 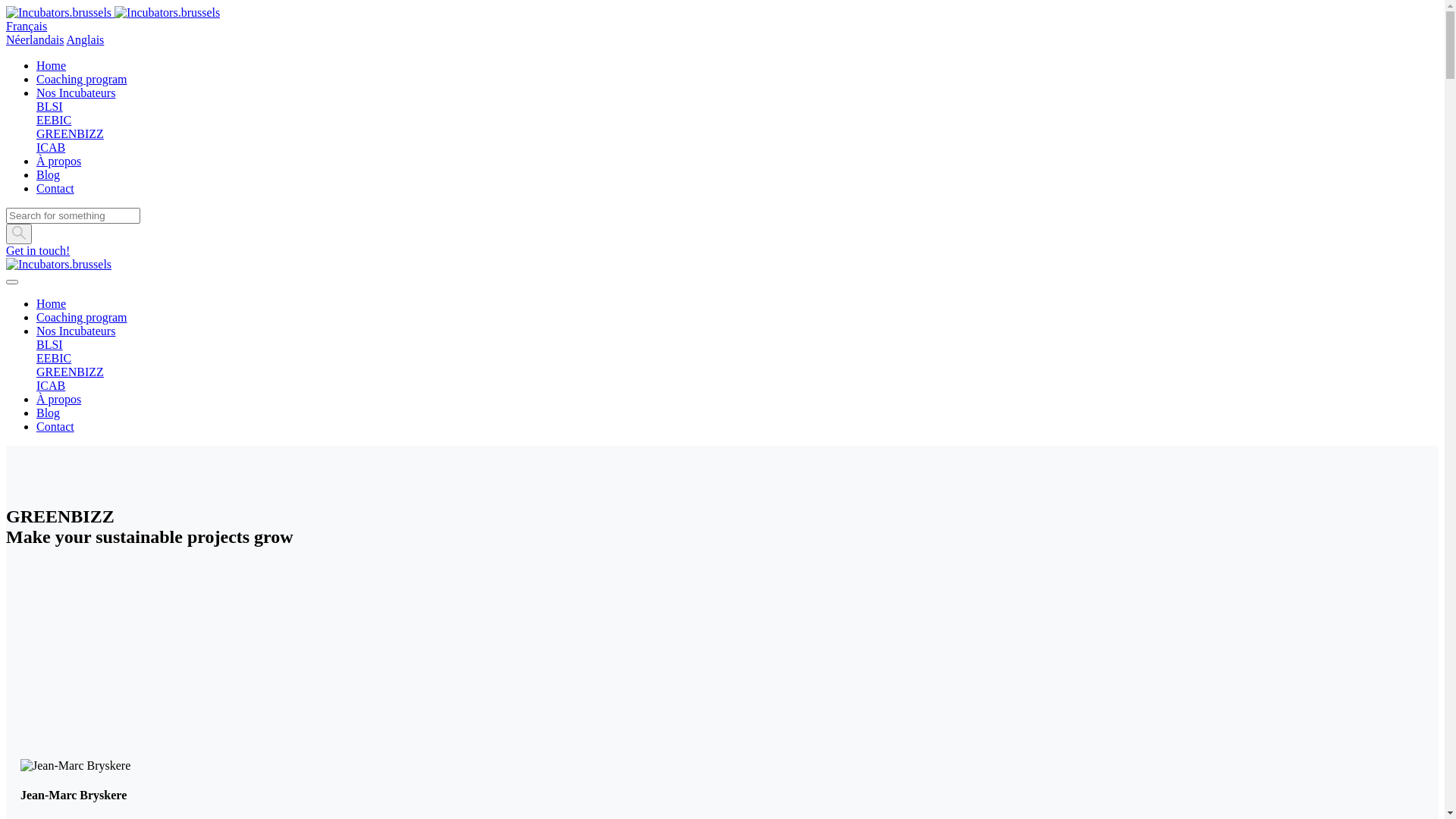 What do you see at coordinates (80, 316) in the screenshot?
I see `'Coaching program'` at bounding box center [80, 316].